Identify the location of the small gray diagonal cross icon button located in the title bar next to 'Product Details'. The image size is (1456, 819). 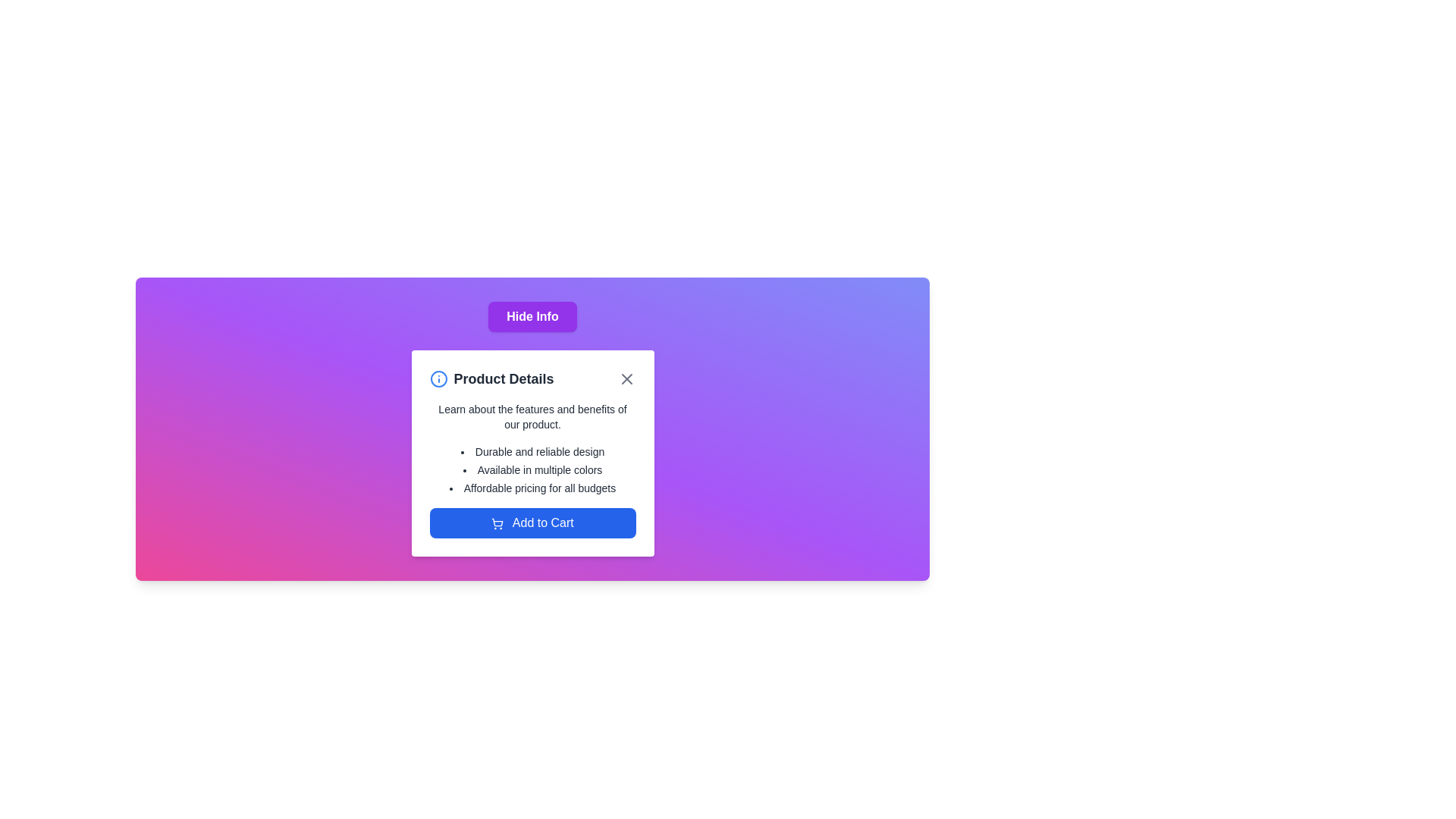
(626, 378).